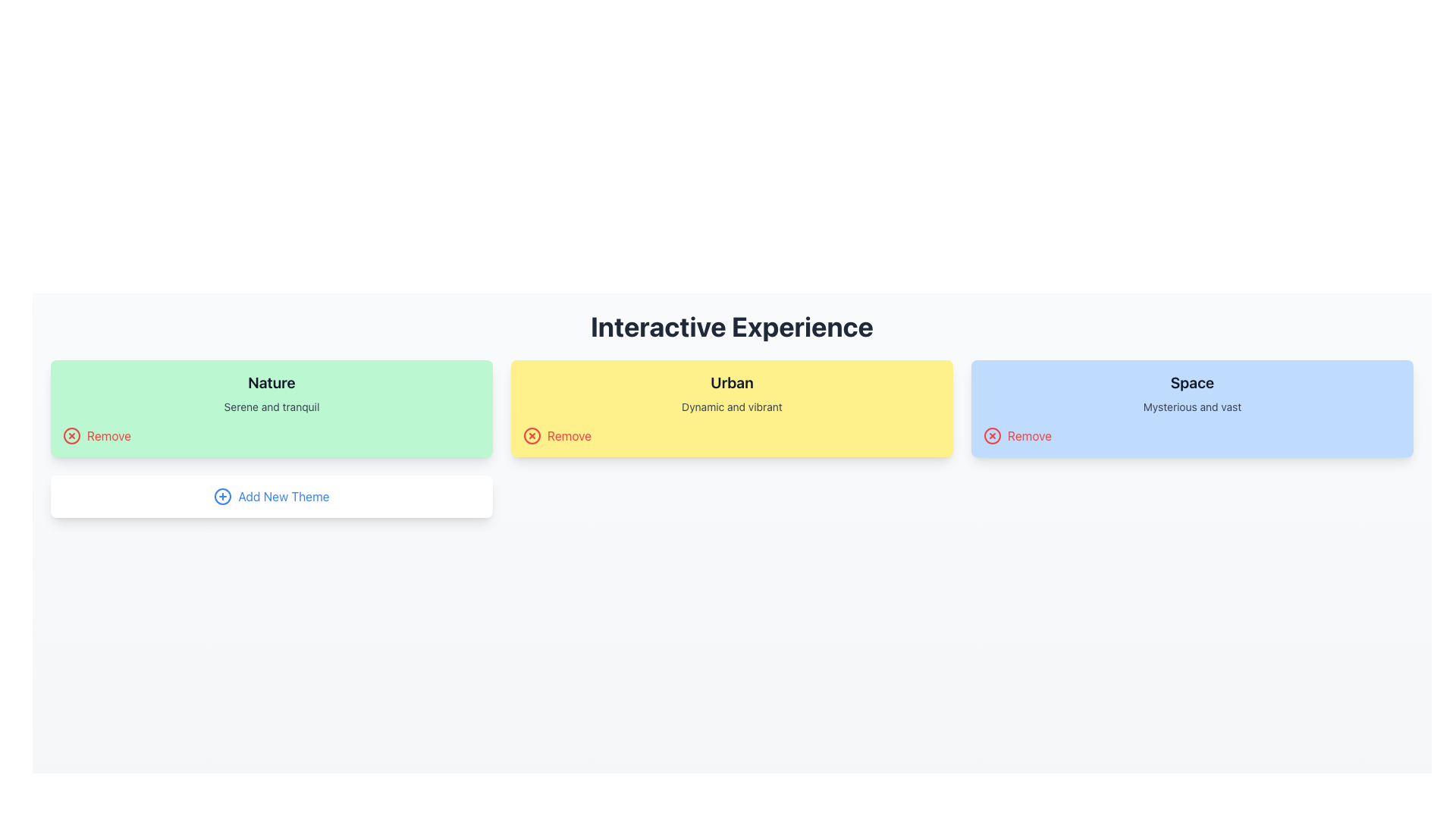 The width and height of the screenshot is (1456, 819). What do you see at coordinates (993, 435) in the screenshot?
I see `the interactive deletion icon located to the left of the 'Remove' text within the lower left corner of the card labeled 'Space'` at bounding box center [993, 435].